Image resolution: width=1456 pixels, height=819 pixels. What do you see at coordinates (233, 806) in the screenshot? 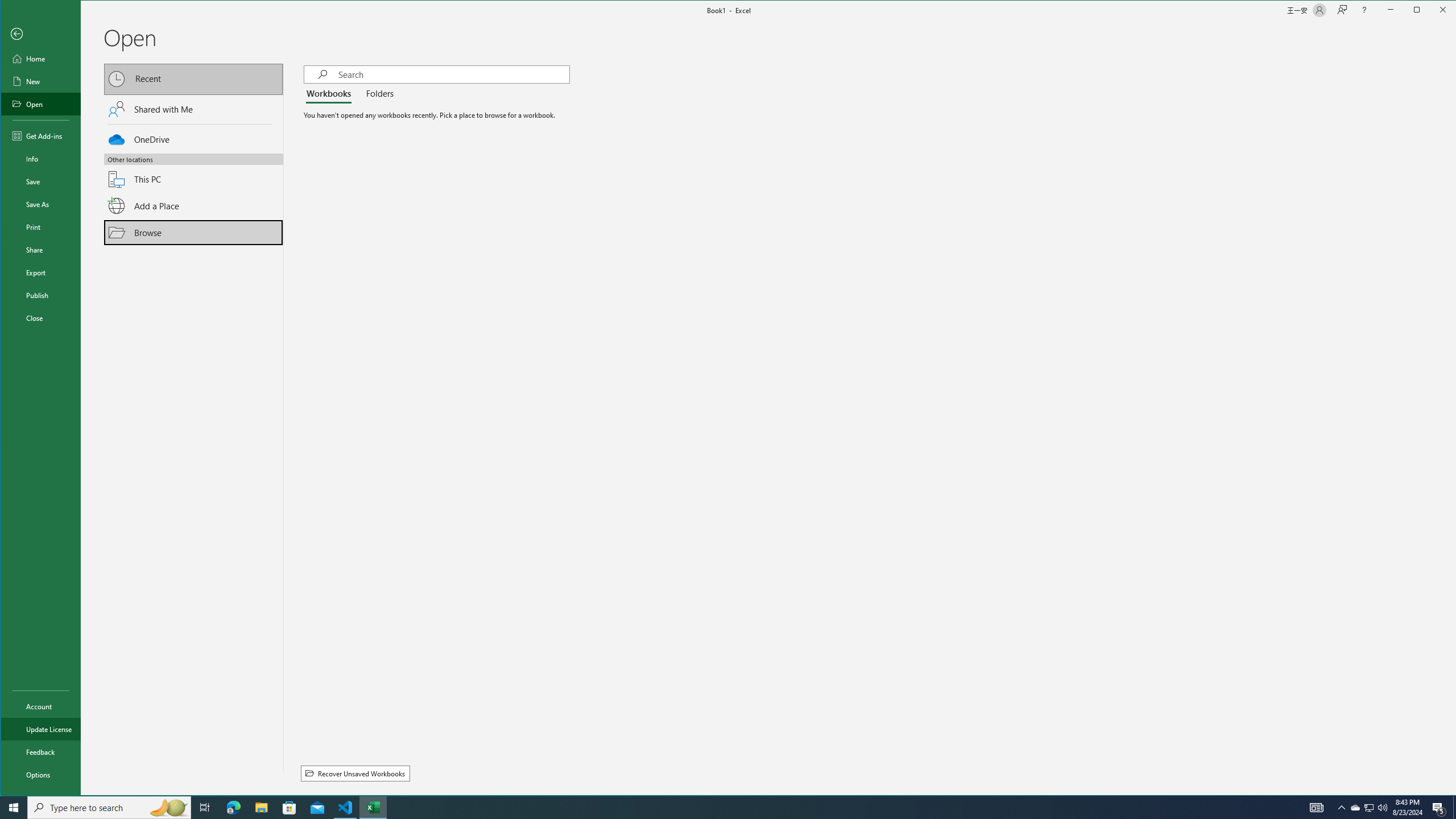
I see `'Microsoft Edge'` at bounding box center [233, 806].